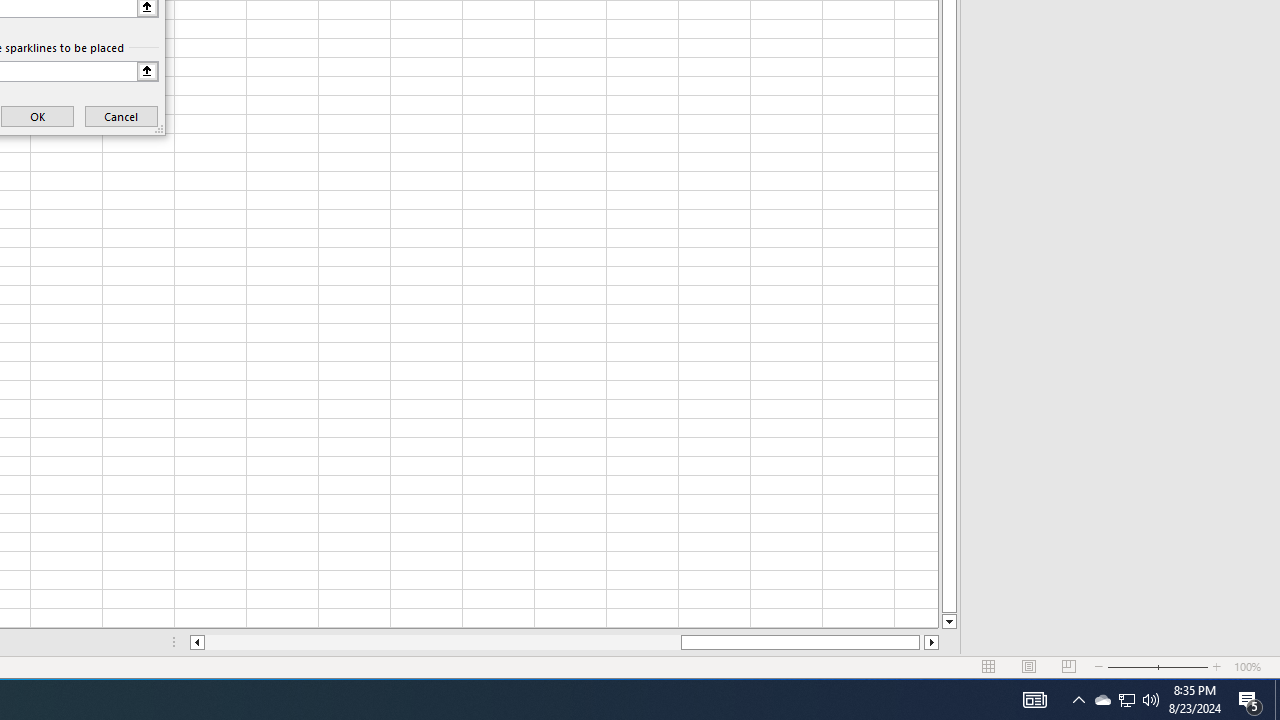  Describe the element at coordinates (1132, 667) in the screenshot. I see `'Zoom Out'` at that location.